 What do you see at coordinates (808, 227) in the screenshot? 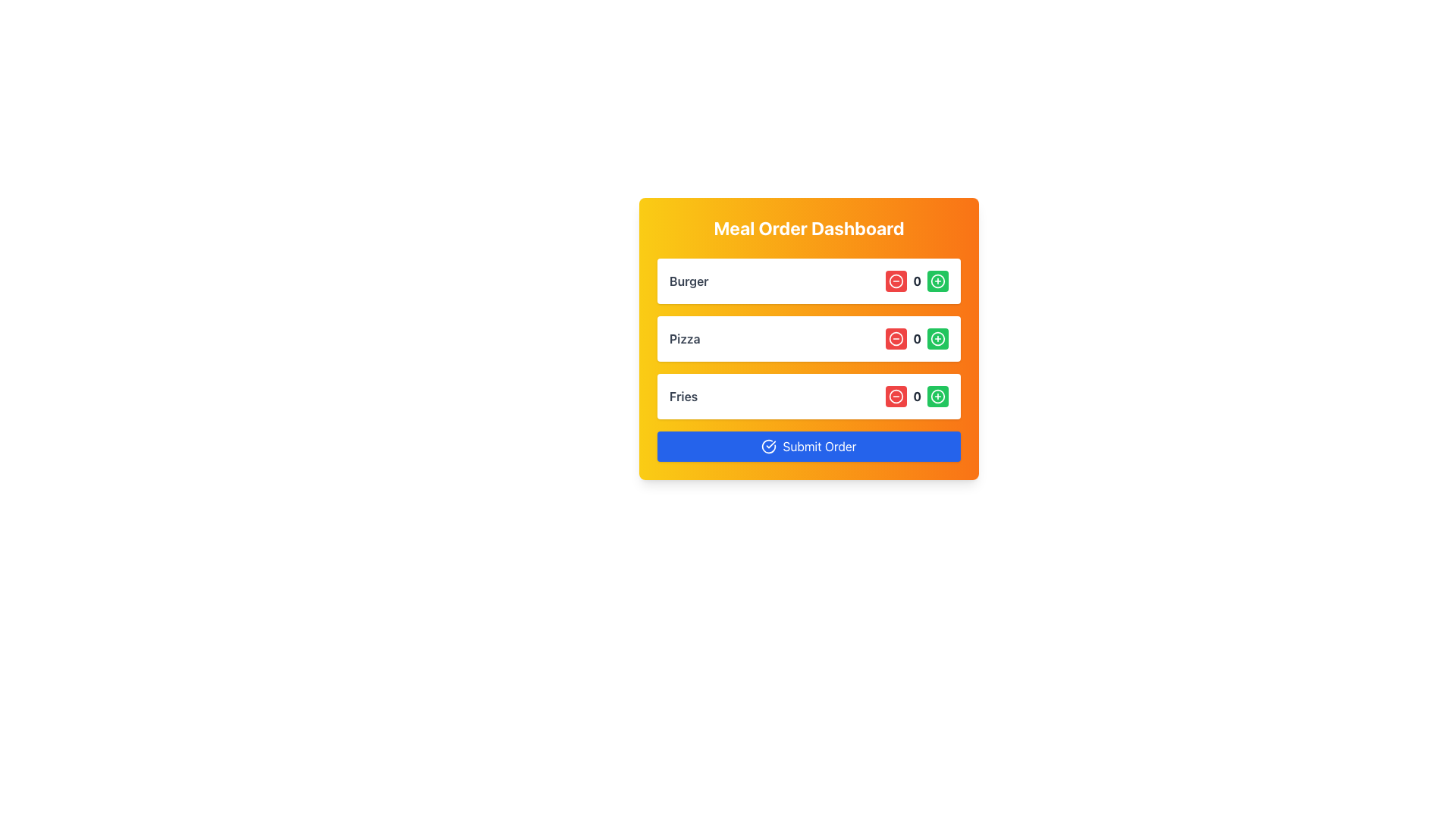
I see `the Text Label that serves as the title of the meal ordering dashboard, located at the top of the interface` at bounding box center [808, 227].